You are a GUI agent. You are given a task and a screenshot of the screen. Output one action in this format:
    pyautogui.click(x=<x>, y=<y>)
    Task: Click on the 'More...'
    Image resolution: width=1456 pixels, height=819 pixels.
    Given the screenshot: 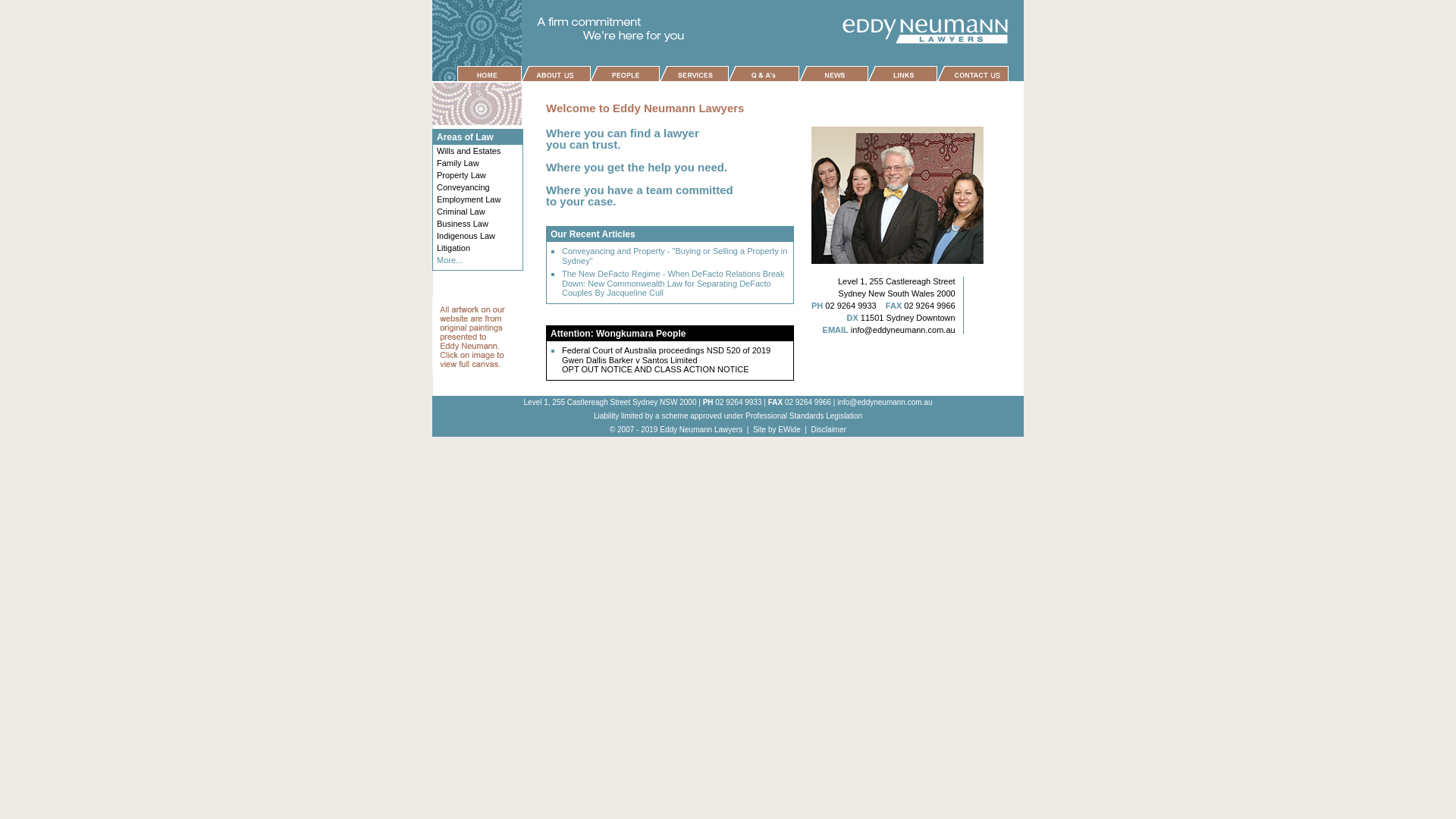 What is the action you would take?
    pyautogui.click(x=449, y=259)
    